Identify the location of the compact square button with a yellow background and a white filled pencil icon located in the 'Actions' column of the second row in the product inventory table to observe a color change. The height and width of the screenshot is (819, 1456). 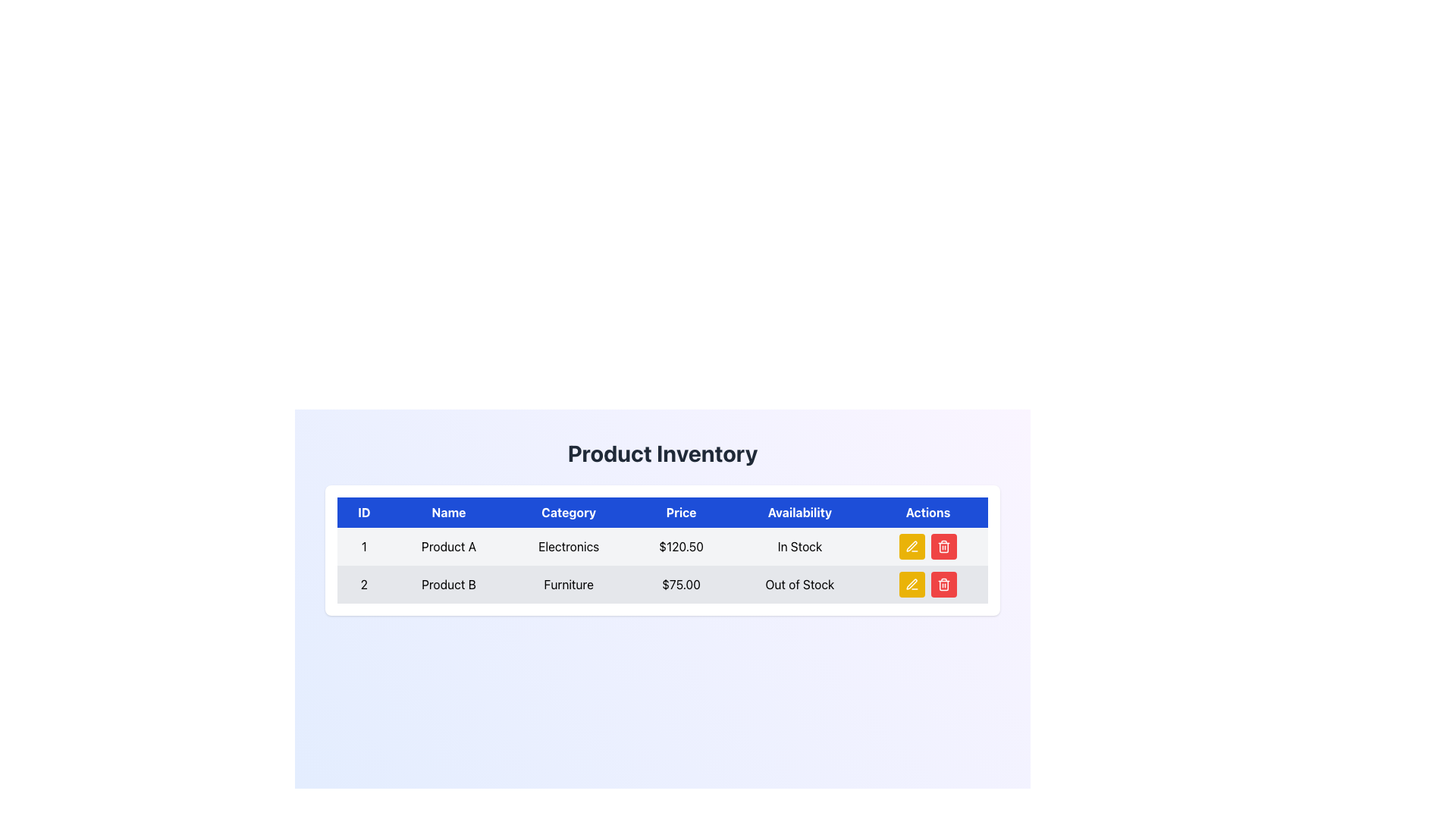
(911, 584).